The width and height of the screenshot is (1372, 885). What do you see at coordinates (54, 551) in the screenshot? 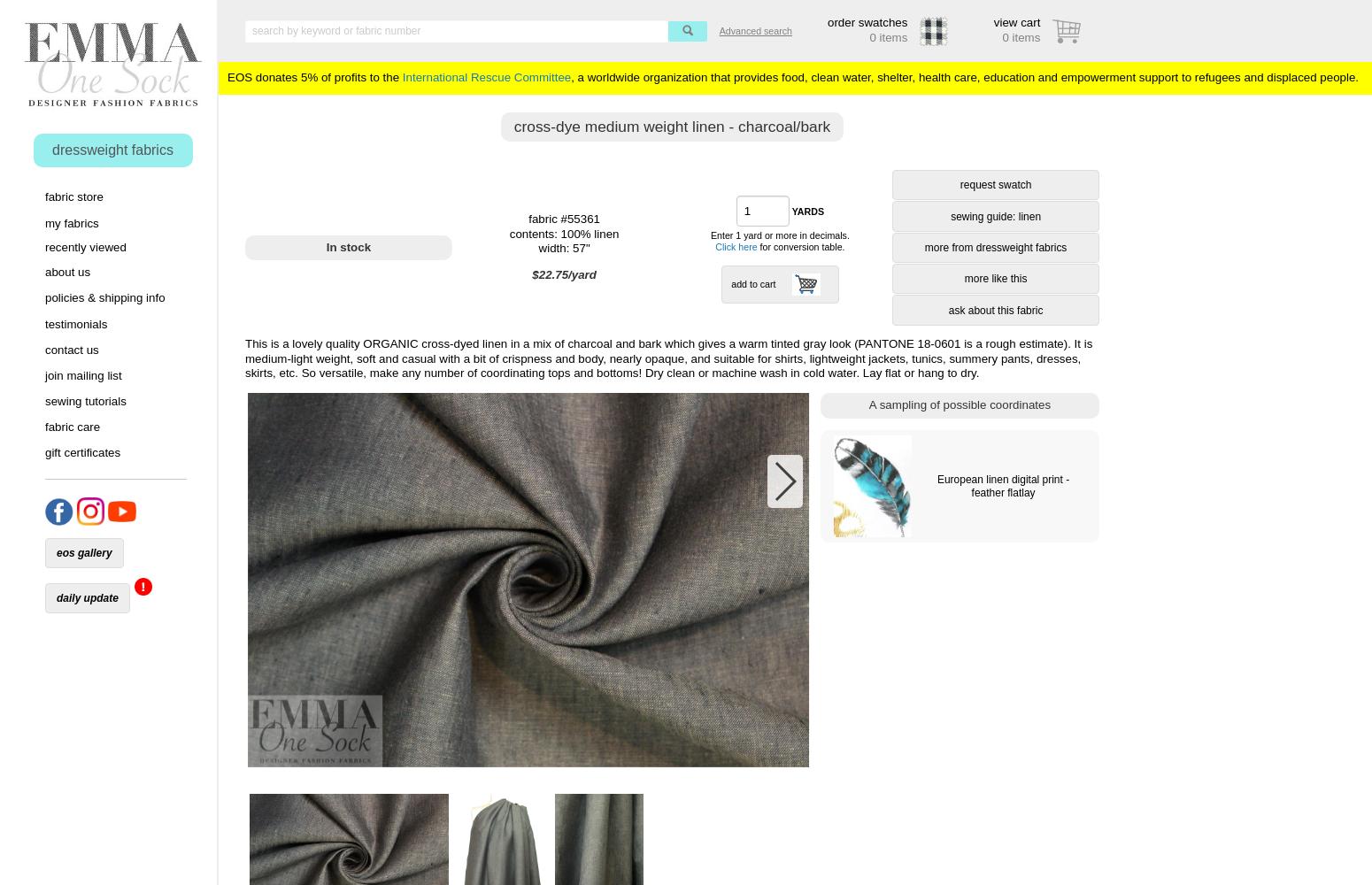
I see `'eos gallery'` at bounding box center [54, 551].